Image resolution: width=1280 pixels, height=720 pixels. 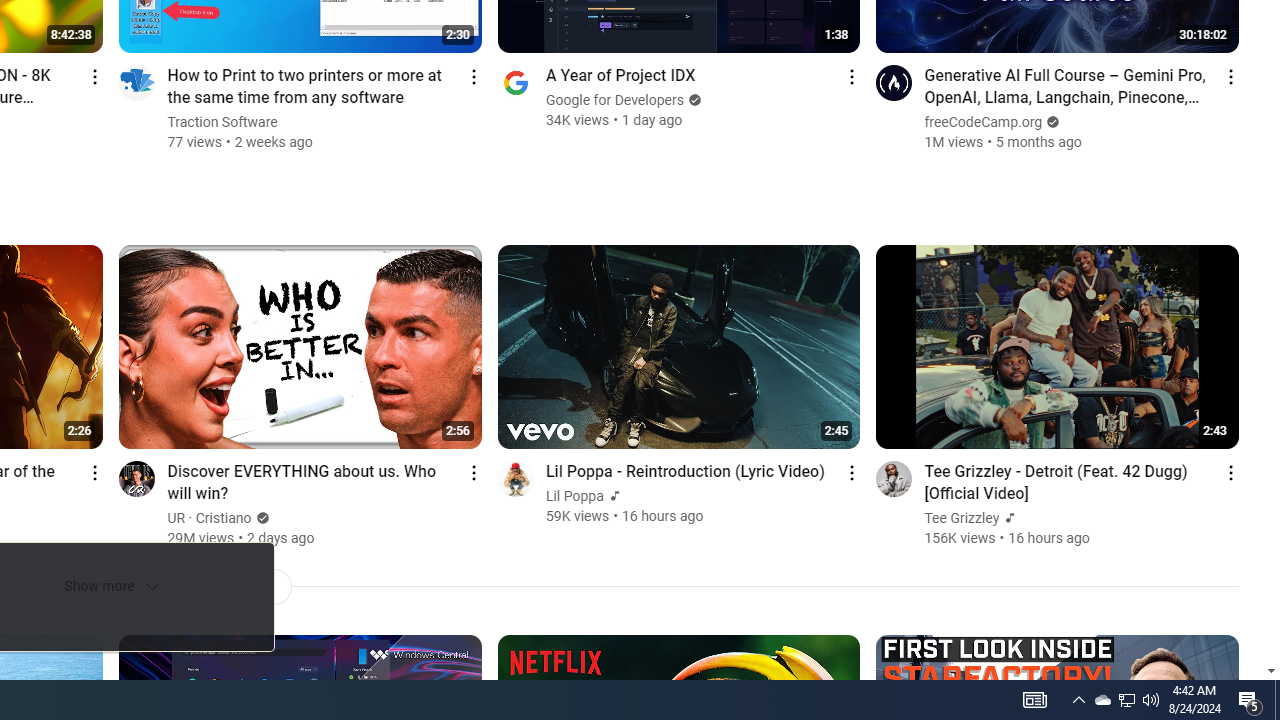 I want to click on 'Tee Grizzley', so click(x=962, y=517).